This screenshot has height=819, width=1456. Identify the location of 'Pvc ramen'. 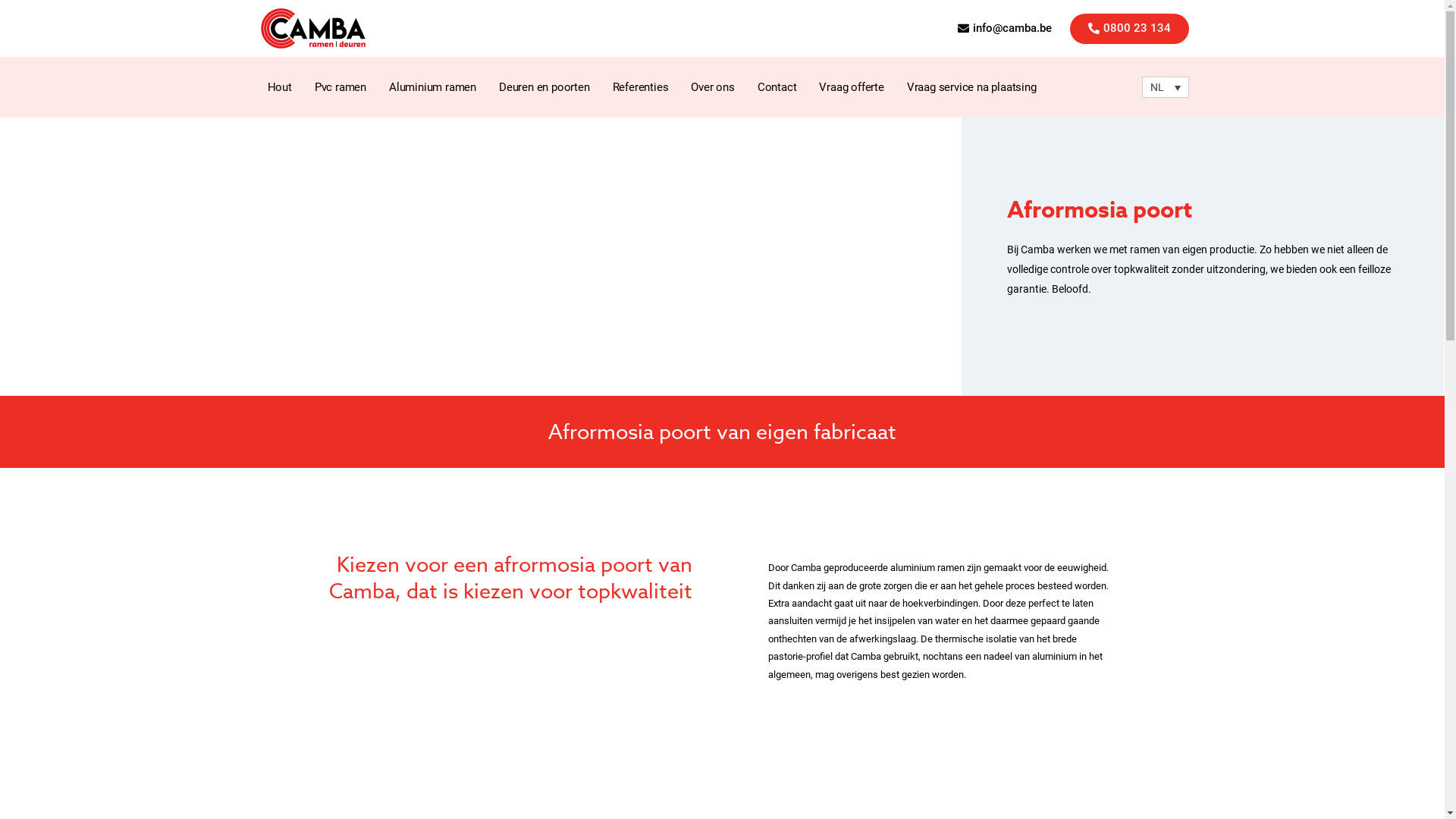
(340, 87).